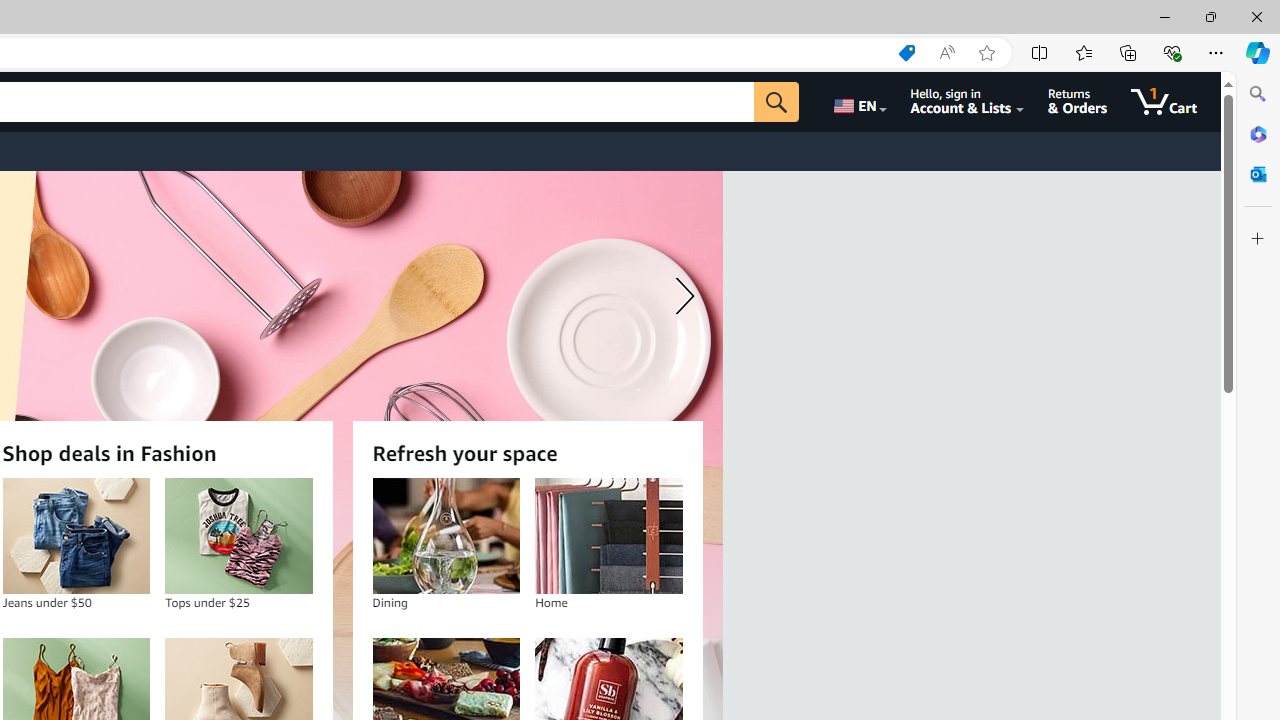 This screenshot has width=1280, height=720. Describe the element at coordinates (858, 101) in the screenshot. I see `'Choose a language for shopping.'` at that location.